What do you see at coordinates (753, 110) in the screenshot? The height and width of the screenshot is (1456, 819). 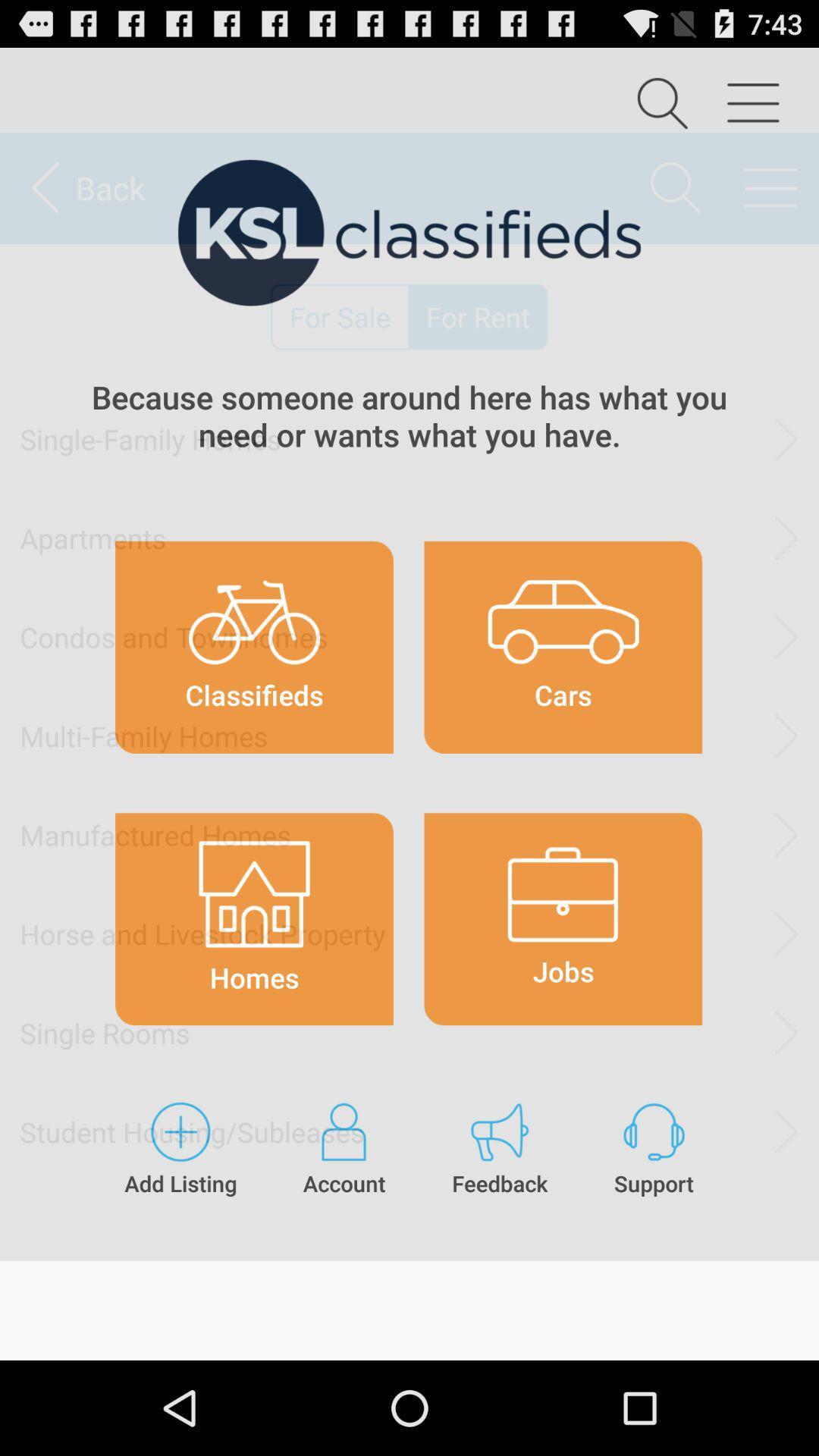 I see `the menu icon` at bounding box center [753, 110].